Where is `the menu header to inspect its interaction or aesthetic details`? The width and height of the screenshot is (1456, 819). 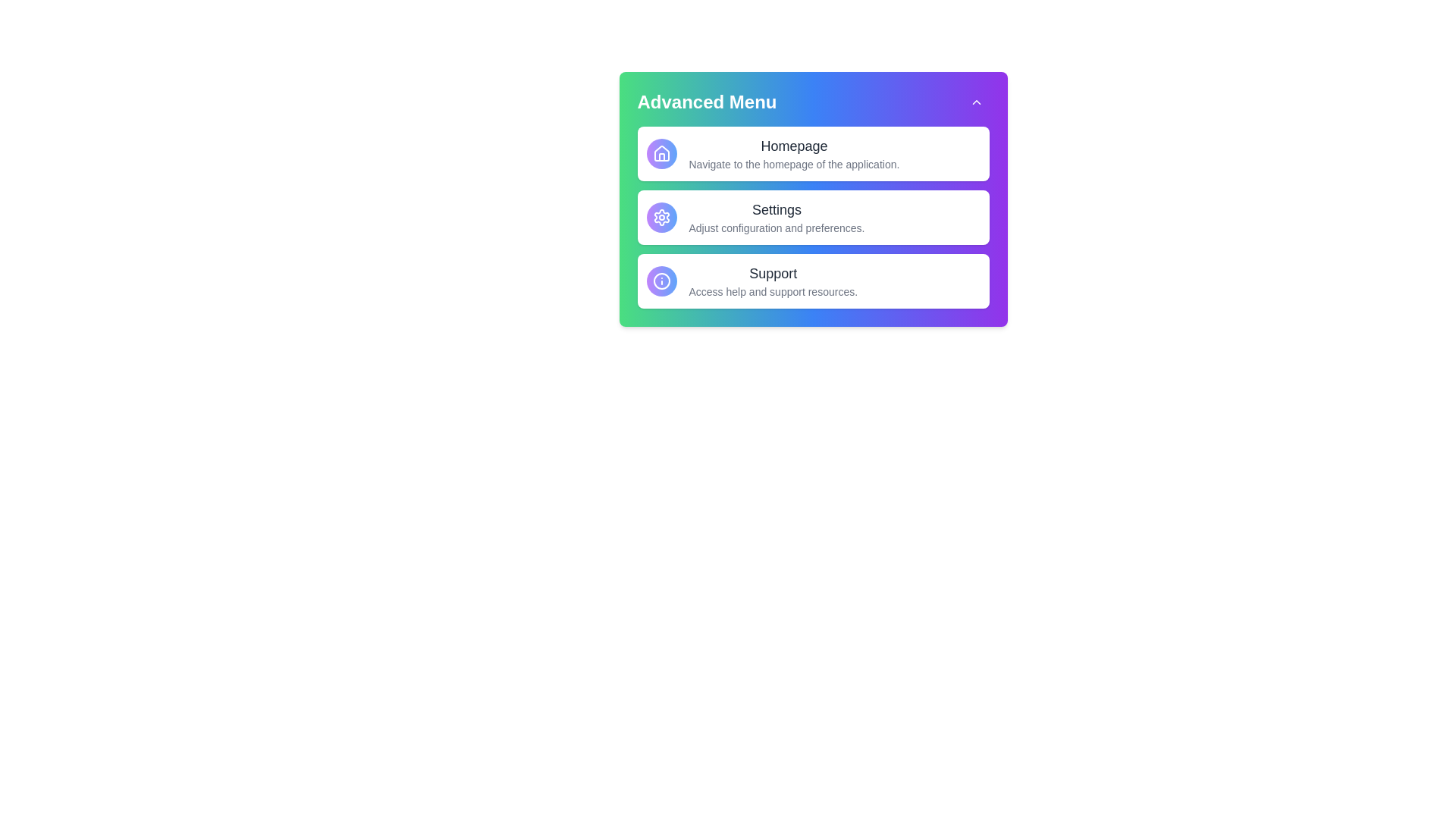 the menu header to inspect its interaction or aesthetic details is located at coordinates (811, 102).